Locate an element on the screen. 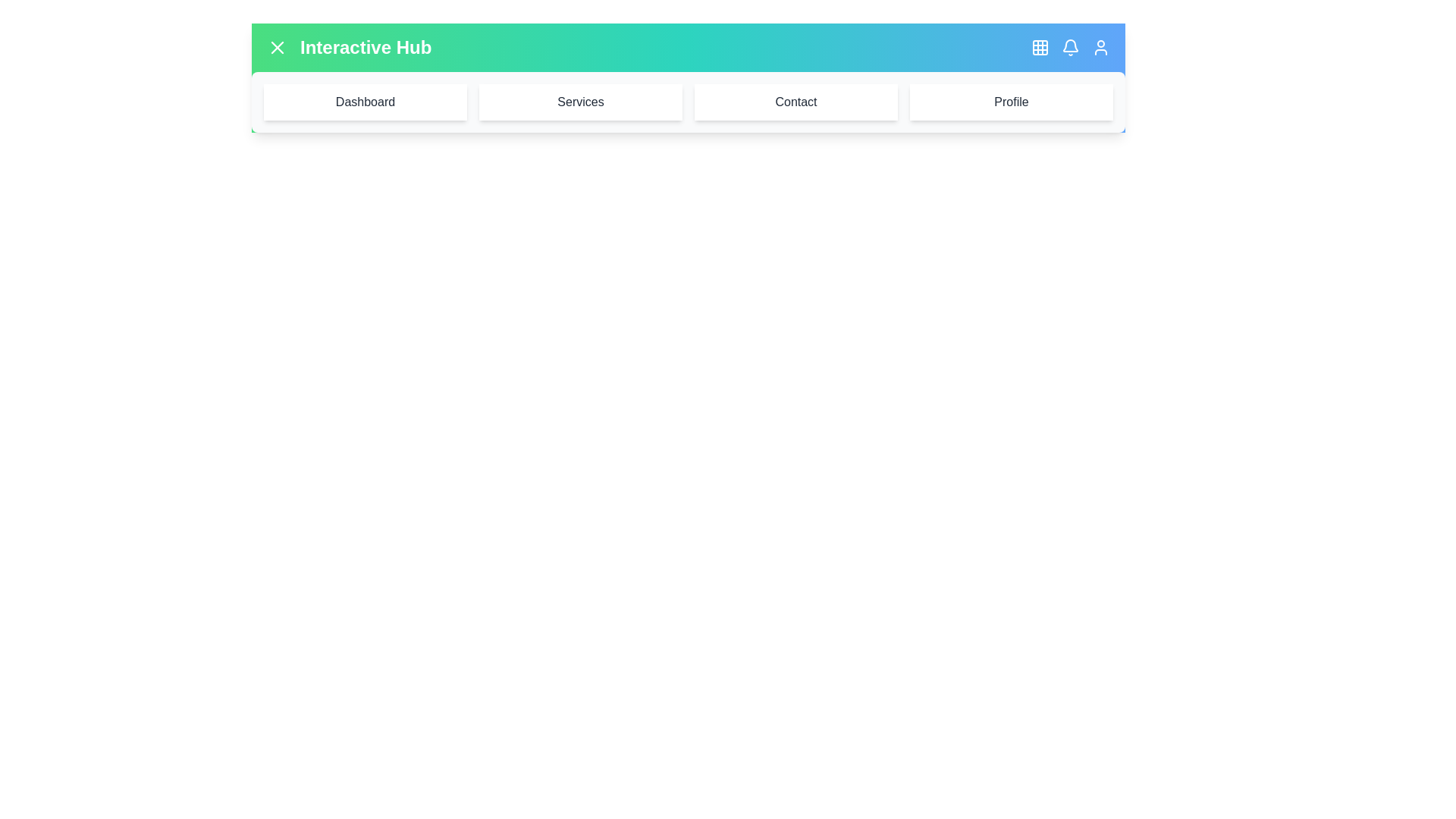  the menu item labeled Profile is located at coordinates (1012, 102).